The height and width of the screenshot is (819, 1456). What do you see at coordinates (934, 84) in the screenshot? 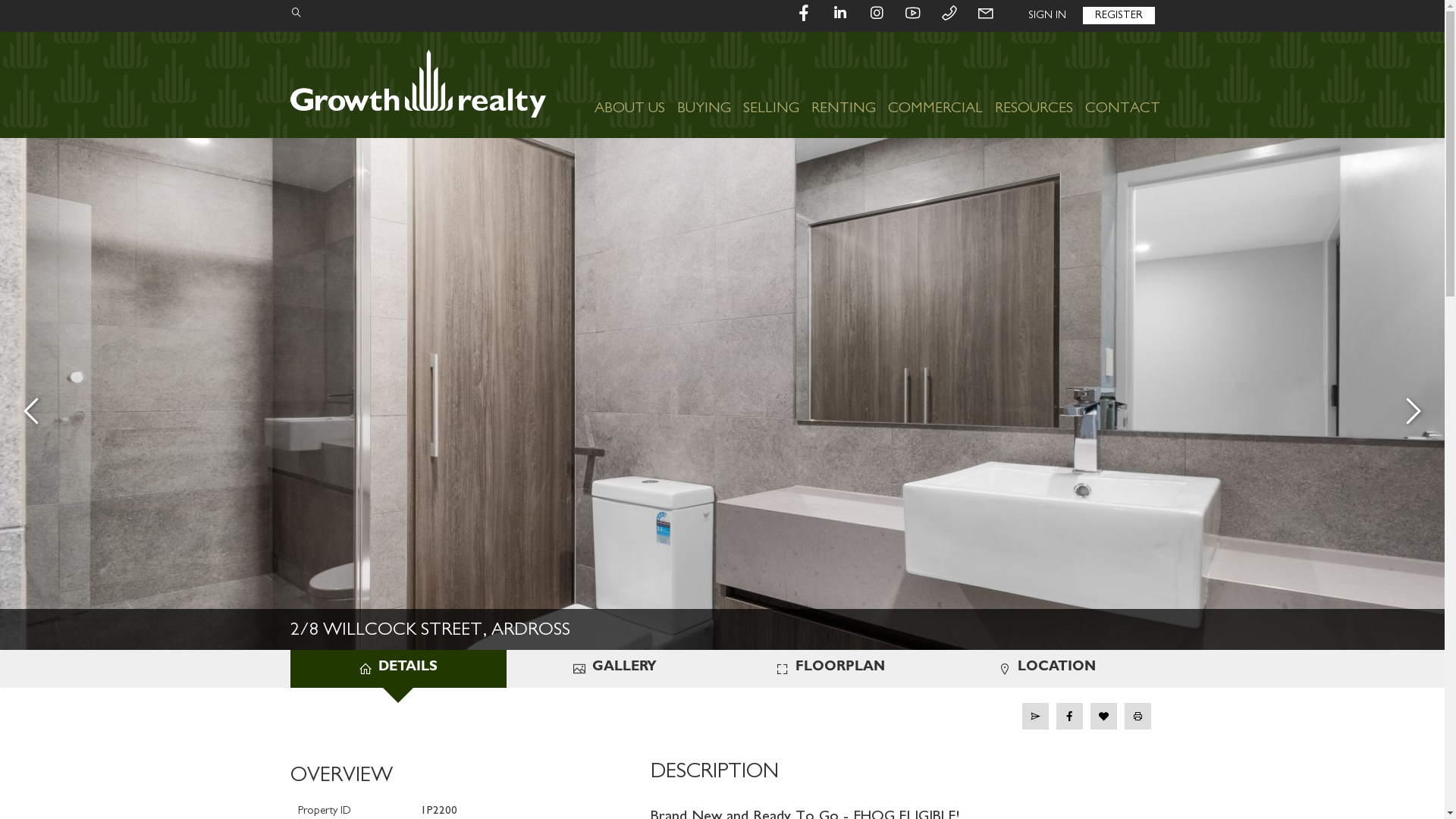
I see `'COMMERCIAL'` at bounding box center [934, 84].